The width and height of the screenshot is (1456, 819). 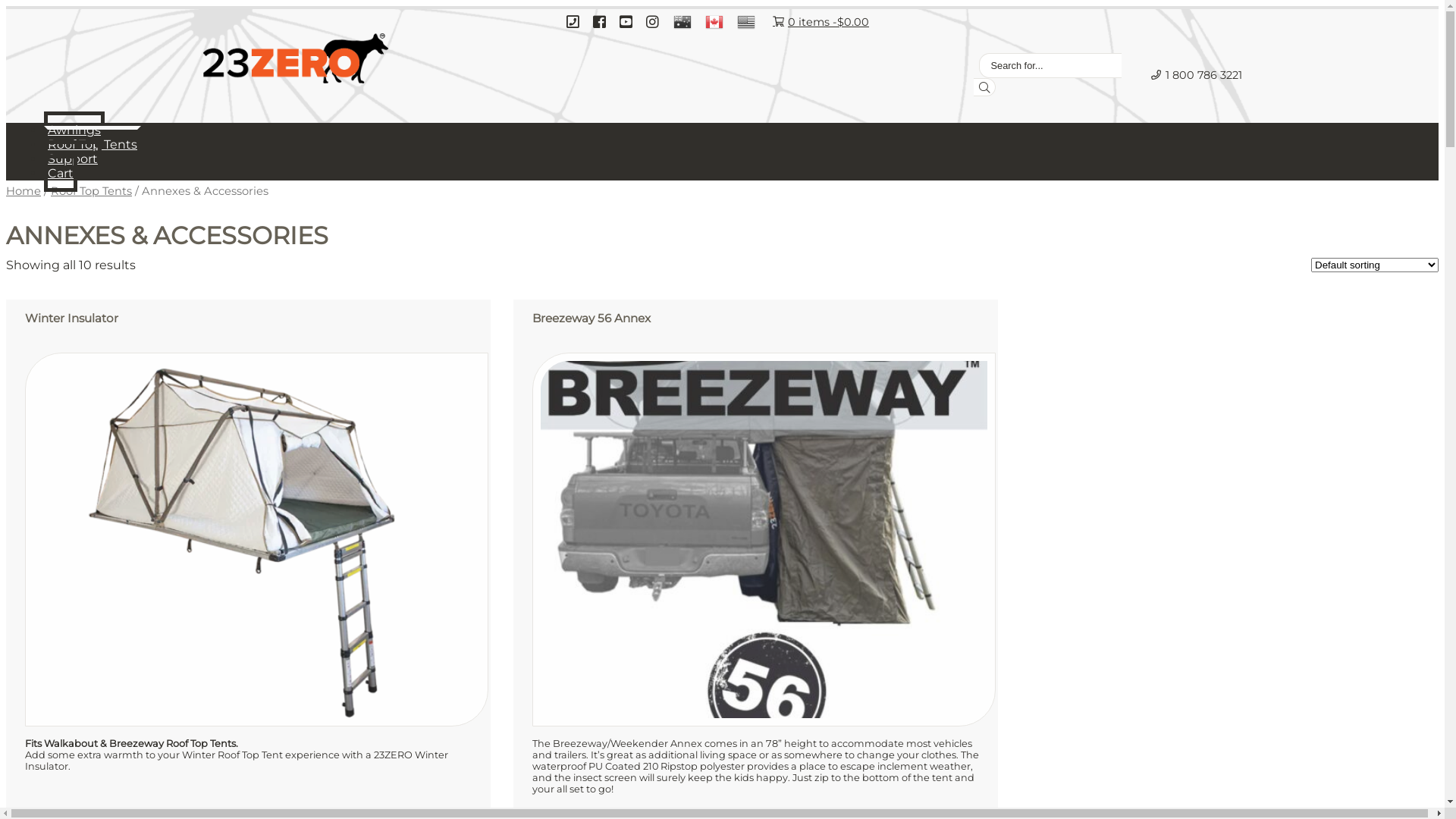 I want to click on 'Awnings', so click(x=73, y=128).